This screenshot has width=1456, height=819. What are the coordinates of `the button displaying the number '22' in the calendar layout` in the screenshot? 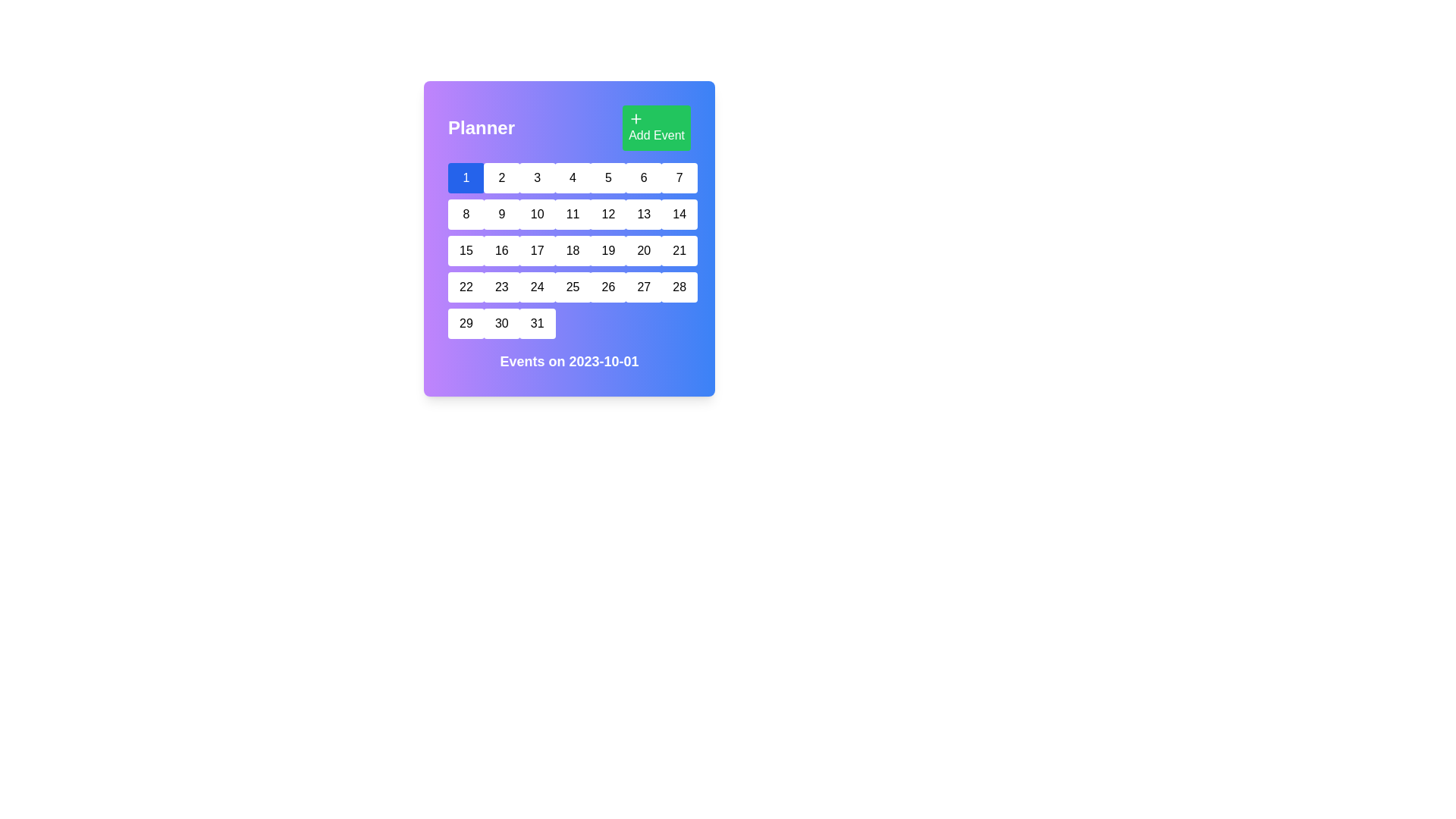 It's located at (465, 287).